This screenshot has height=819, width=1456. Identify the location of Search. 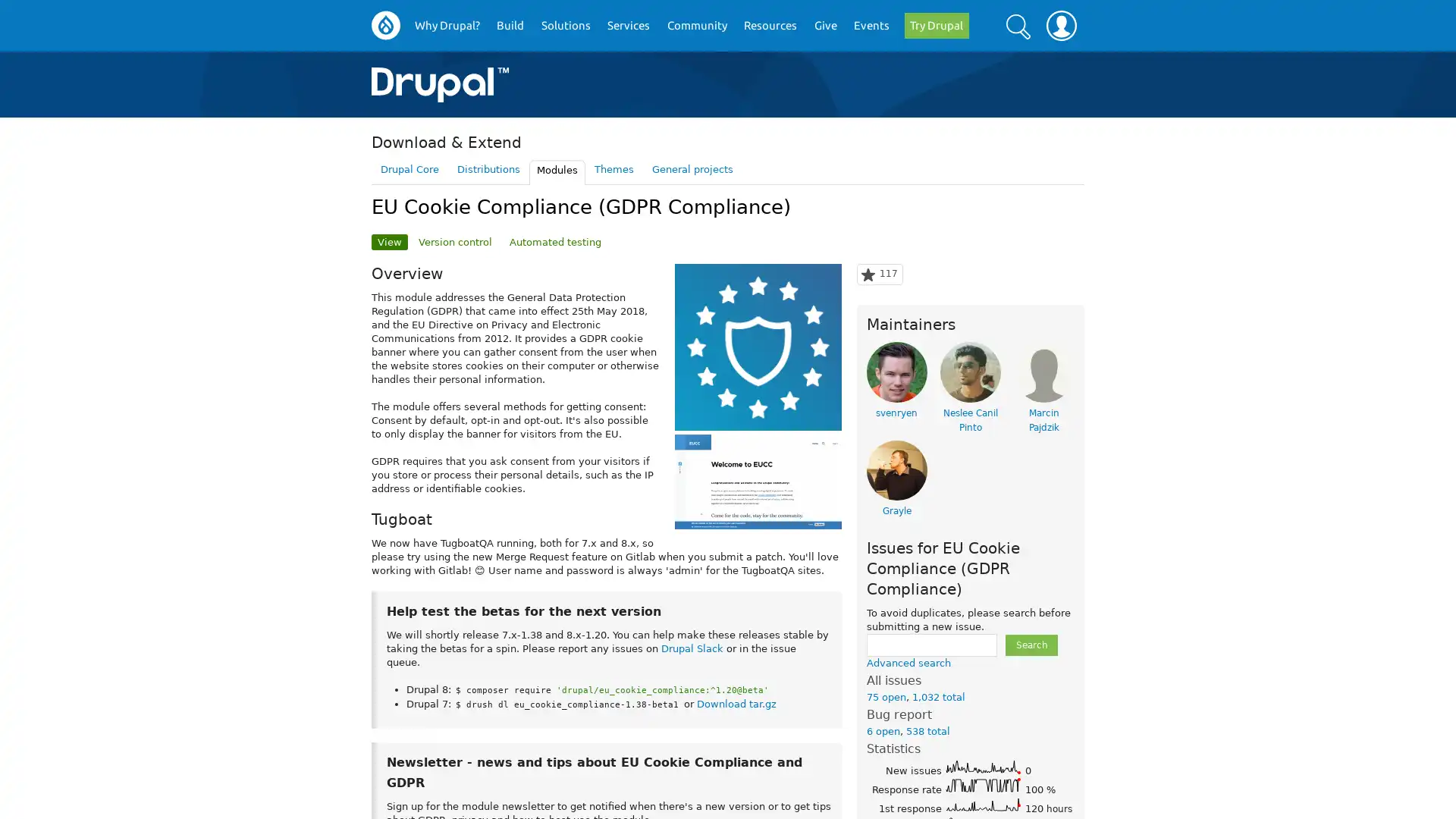
(1031, 645).